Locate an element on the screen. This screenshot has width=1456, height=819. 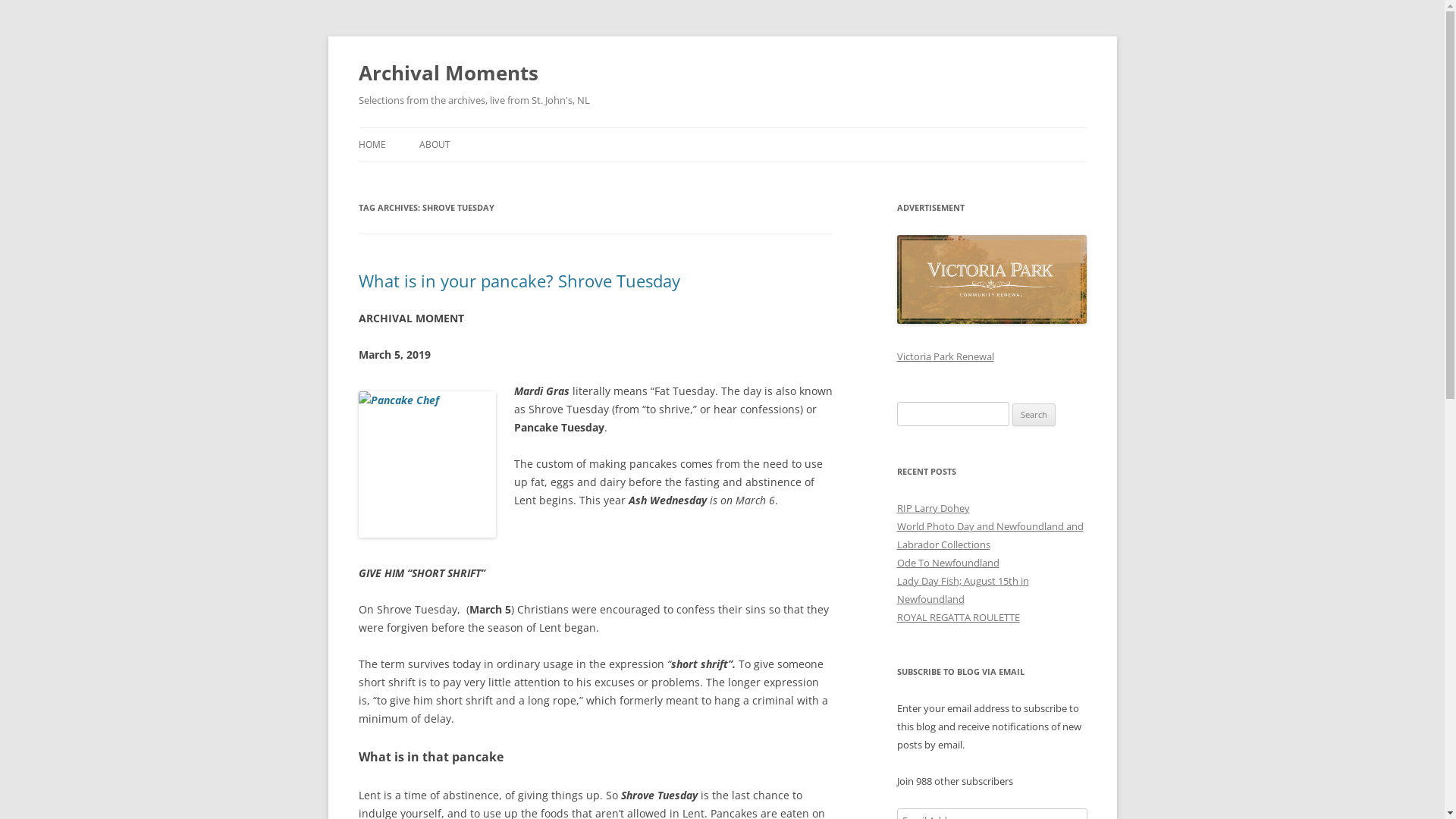
'HOME' is located at coordinates (371, 145).